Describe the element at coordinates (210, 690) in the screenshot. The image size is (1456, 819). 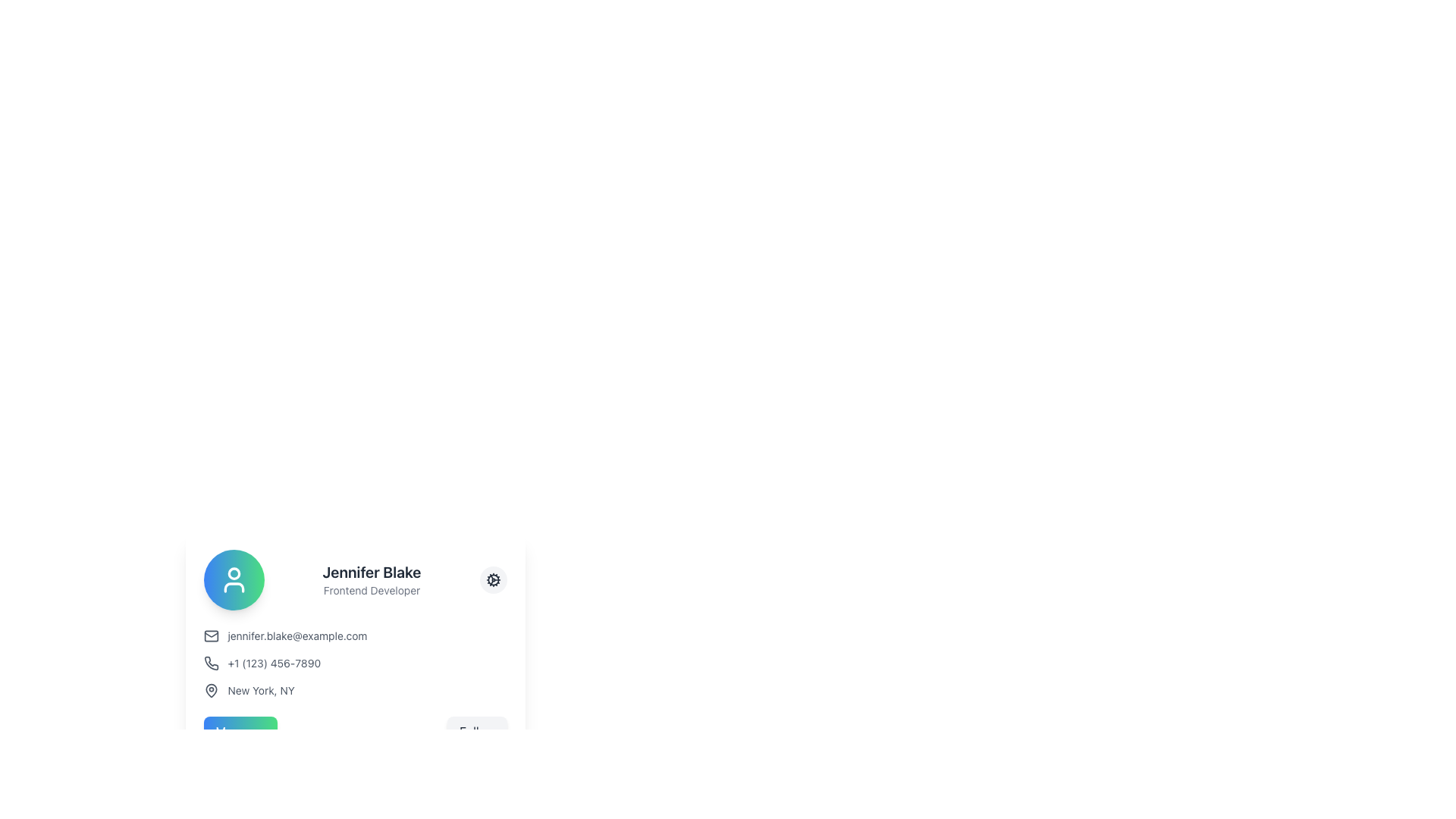
I see `the gray map pin icon, which is styled in a minimalist line art design and positioned to the left of the text 'New York, NY'` at that location.